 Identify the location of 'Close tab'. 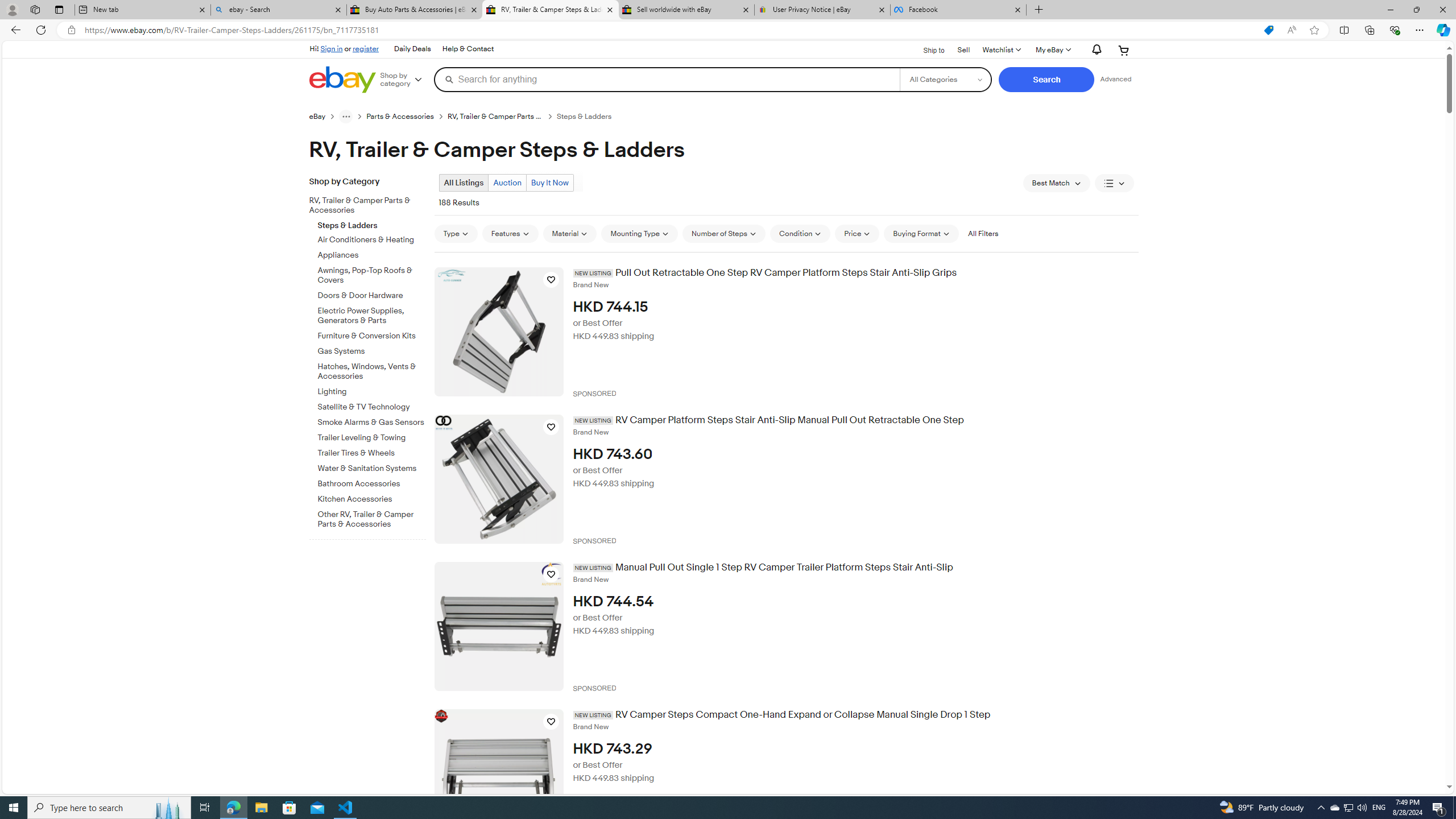
(1017, 9).